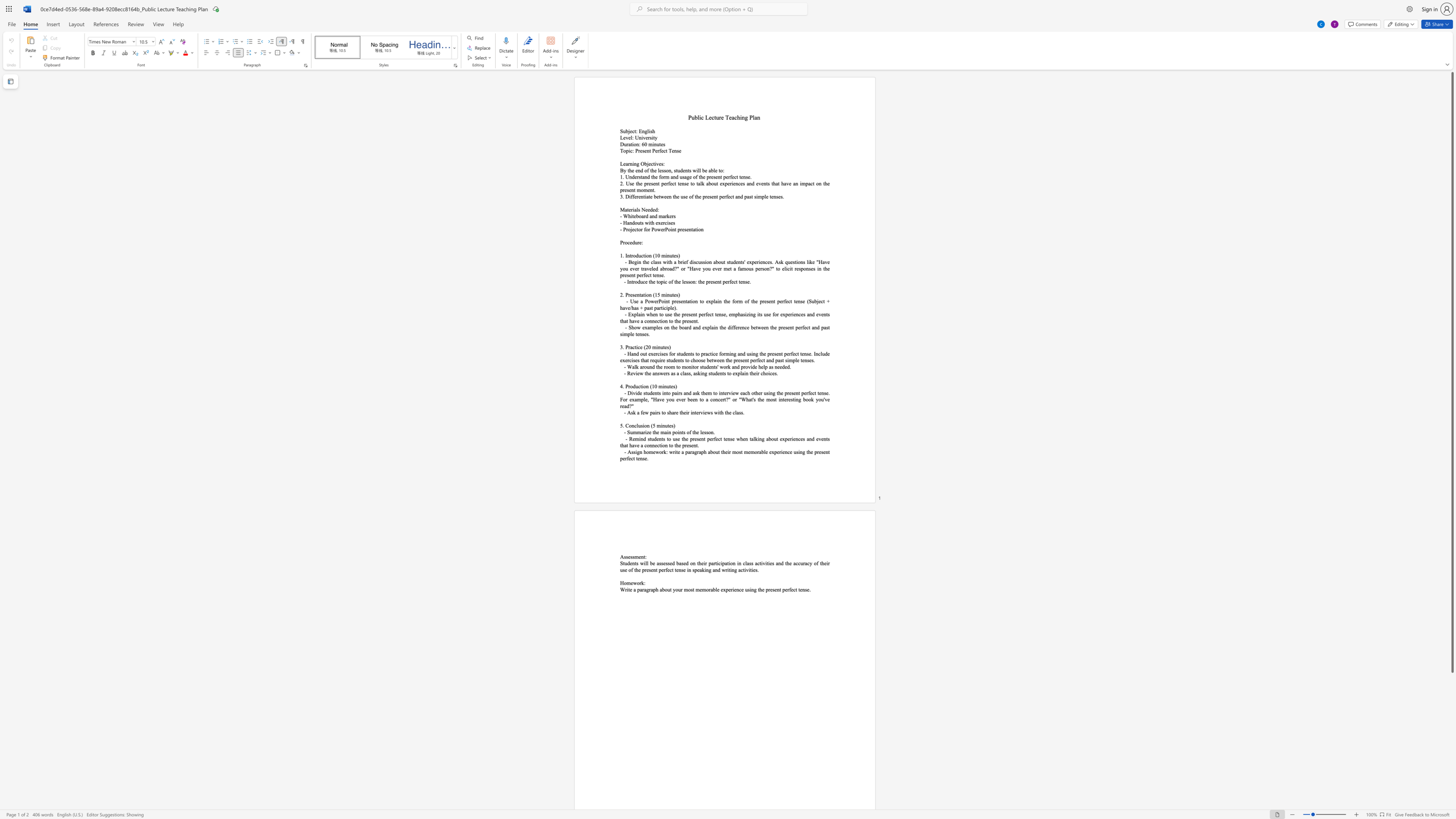 This screenshot has width=1456, height=819. What do you see at coordinates (692, 399) in the screenshot?
I see `the space between the continuous character "e" and "e" in the text` at bounding box center [692, 399].